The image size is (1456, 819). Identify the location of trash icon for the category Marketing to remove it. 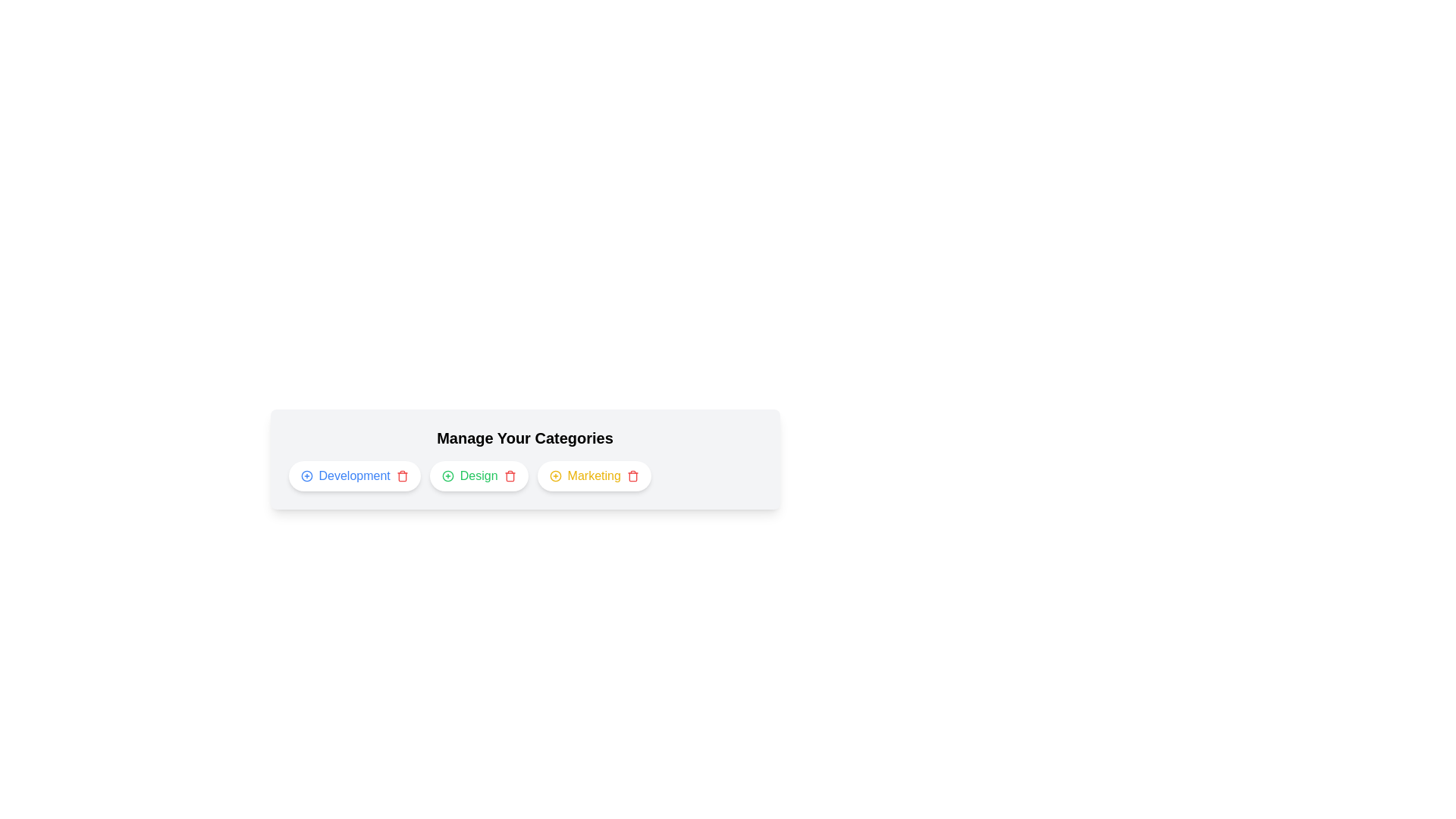
(632, 475).